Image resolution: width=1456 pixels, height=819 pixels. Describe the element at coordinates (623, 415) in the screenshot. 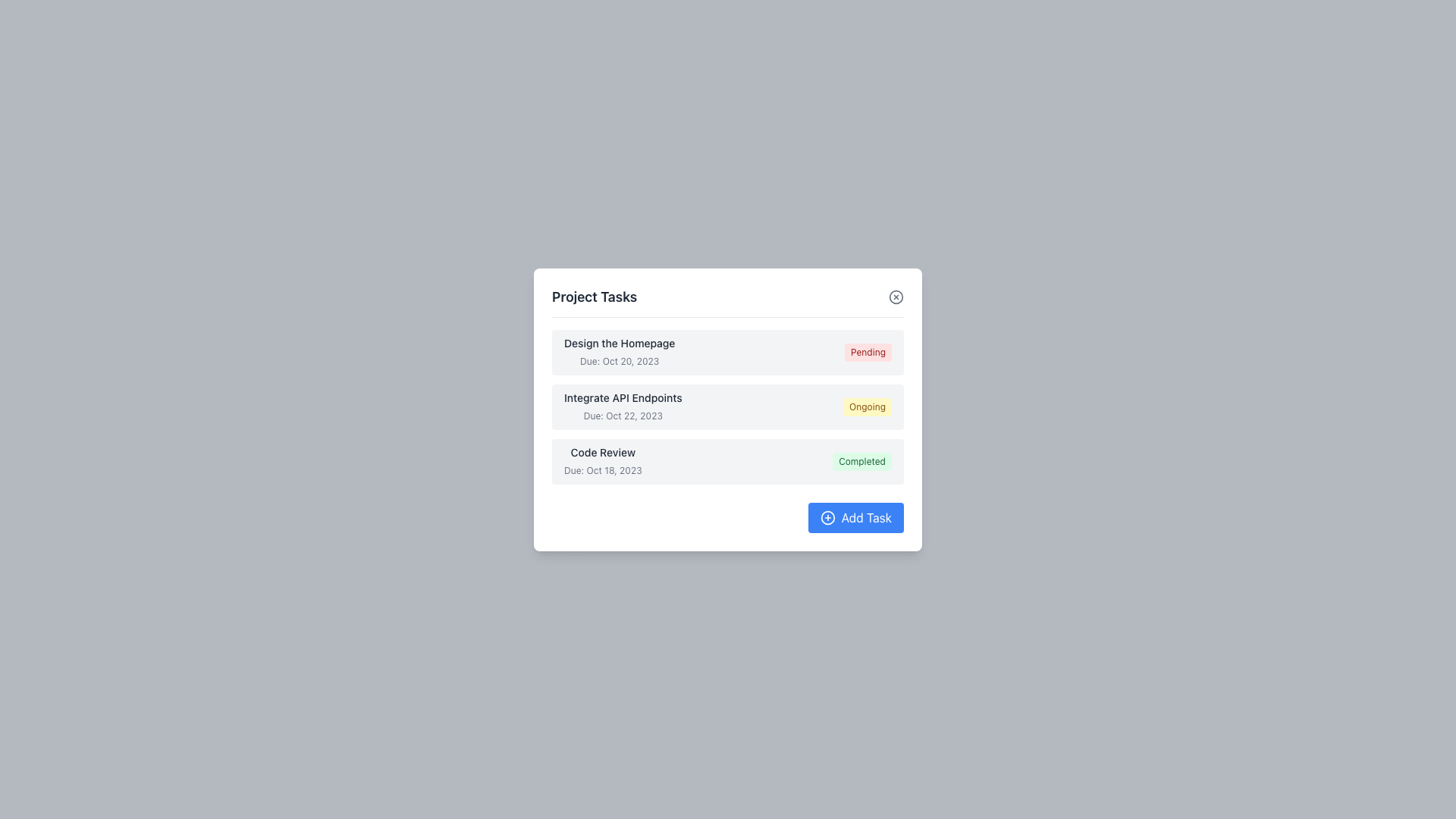

I see `text label that displays 'Due: Oct 22, 2023', which is located in the second task row under the title 'Integrate API Endpoints'` at that location.